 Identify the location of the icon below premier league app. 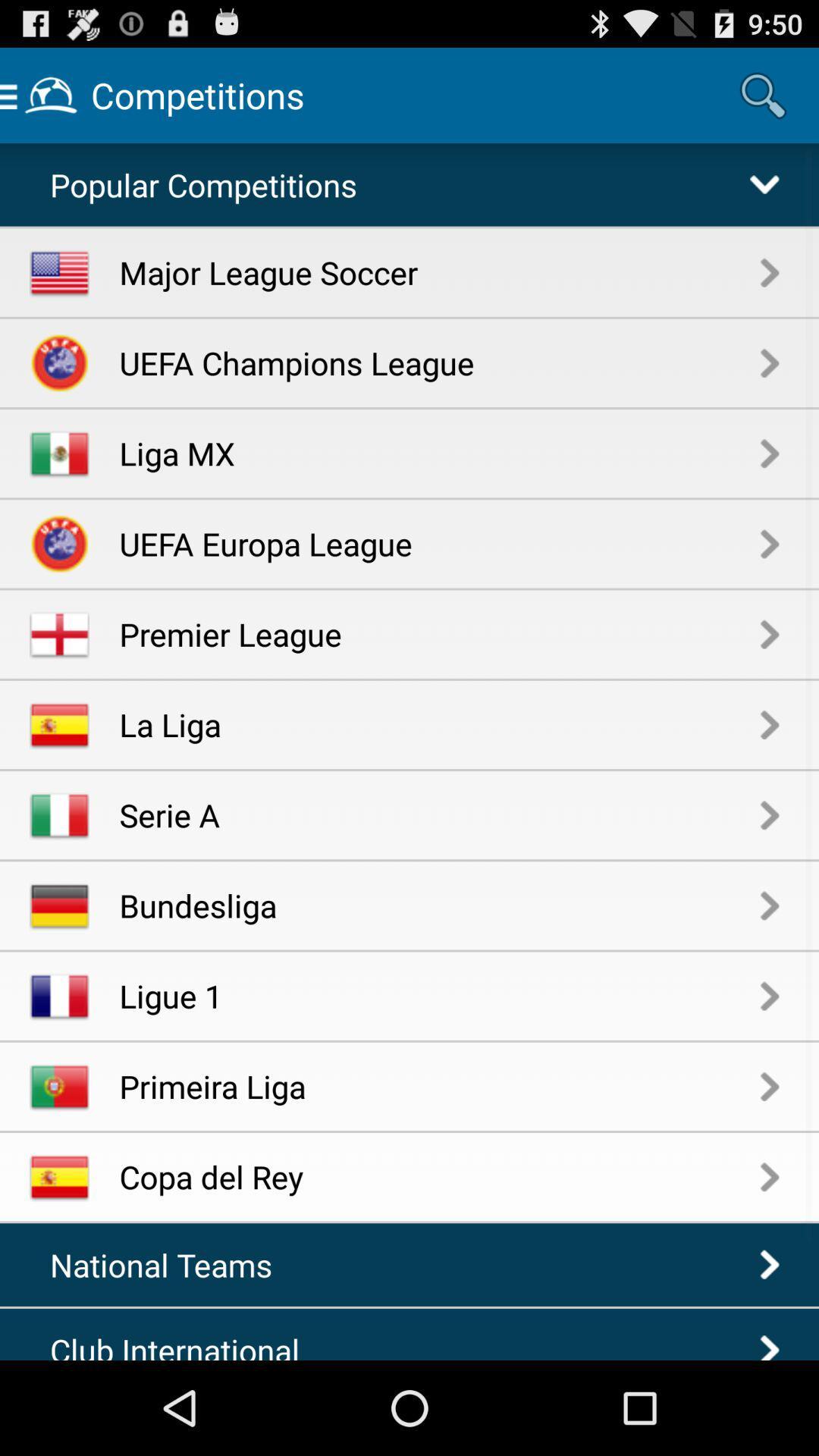
(440, 723).